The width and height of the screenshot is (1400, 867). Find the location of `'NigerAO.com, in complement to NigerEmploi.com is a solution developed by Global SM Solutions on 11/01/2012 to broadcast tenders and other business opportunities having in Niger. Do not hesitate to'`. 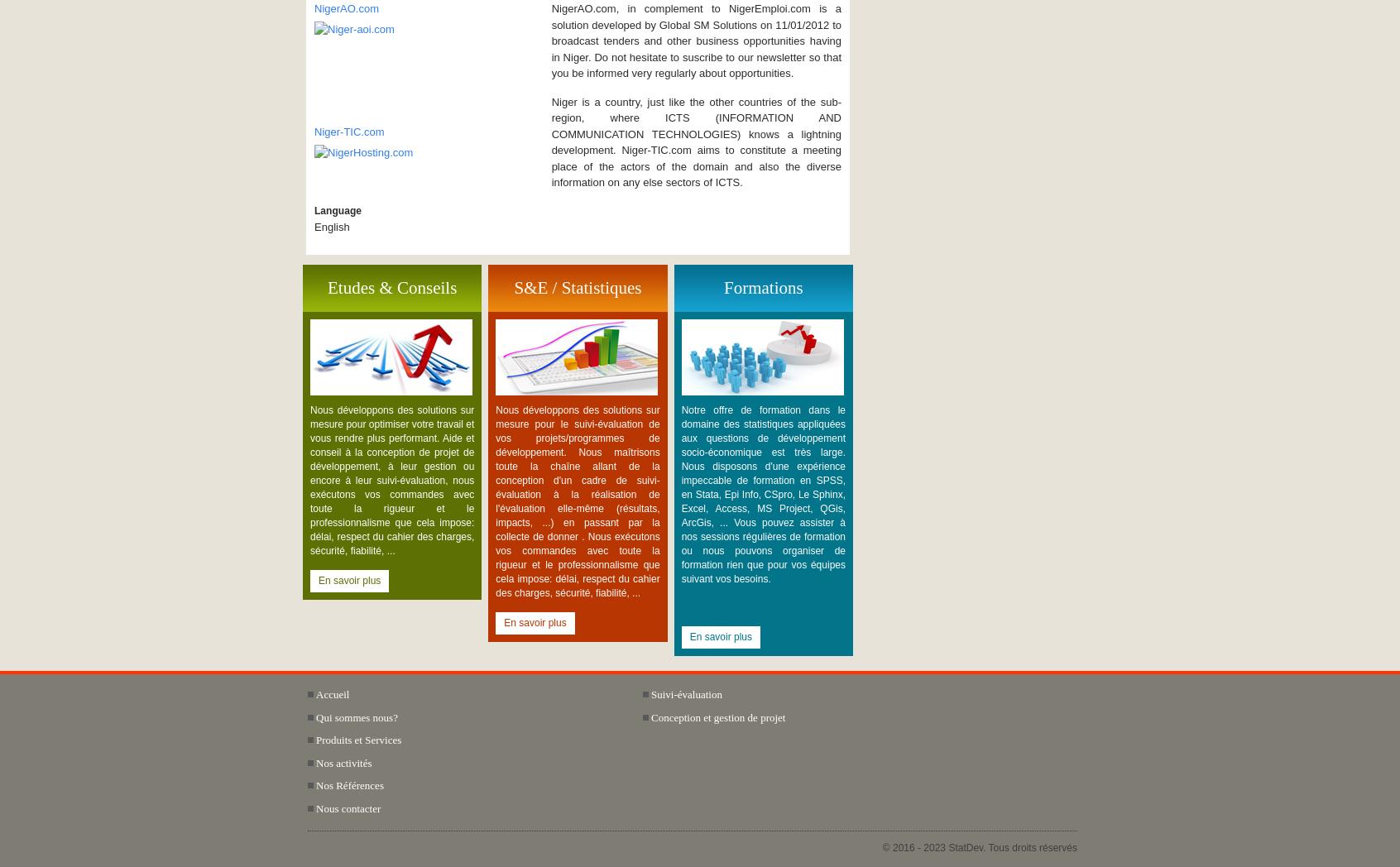

'NigerAO.com, in complement to NigerEmploi.com is a solution developed by Global SM Solutions on 11/01/2012 to broadcast tenders and other business opportunities having in Niger. Do not hesitate to' is located at coordinates (696, 31).